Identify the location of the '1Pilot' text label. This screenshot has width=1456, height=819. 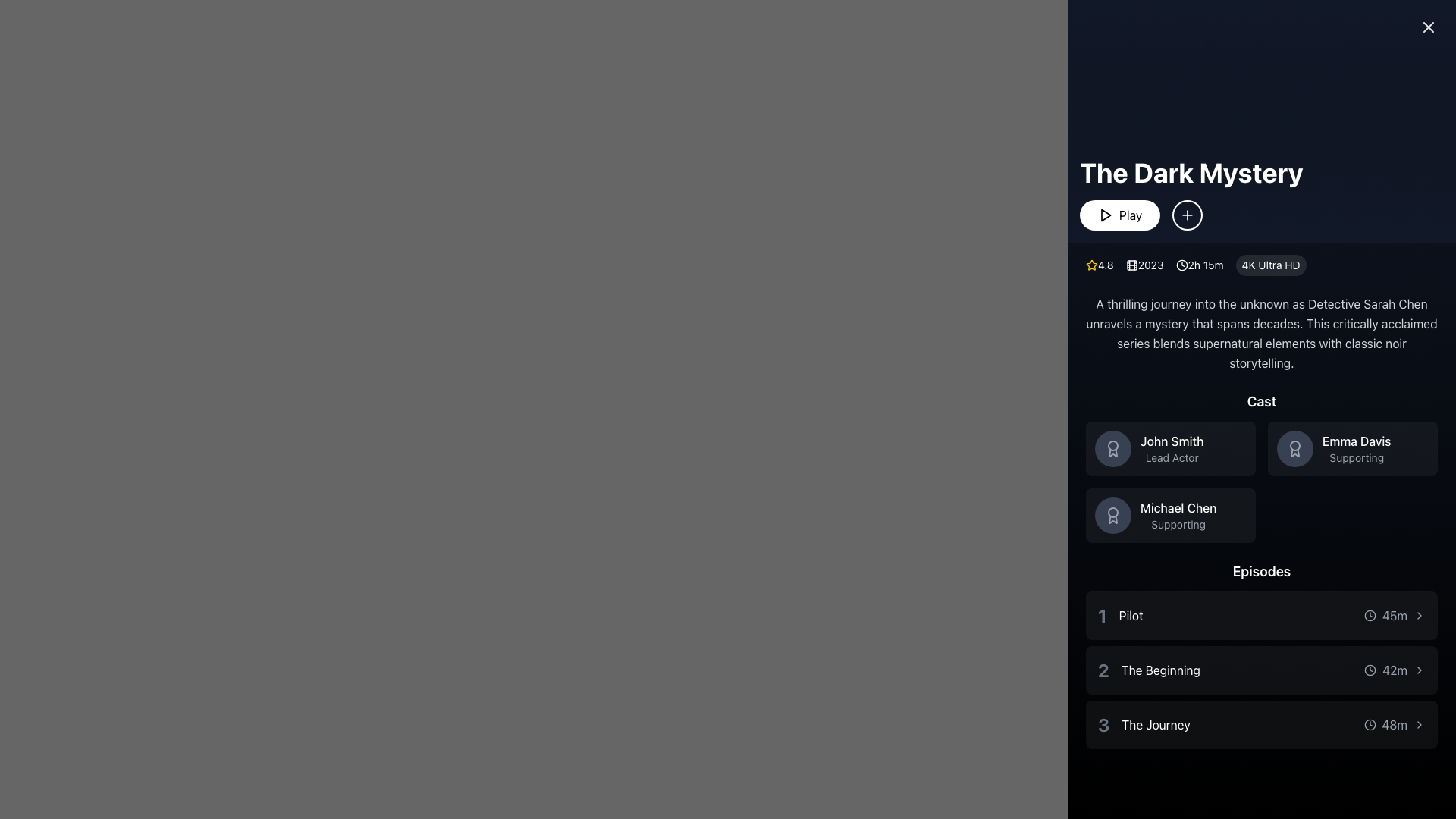
(1120, 616).